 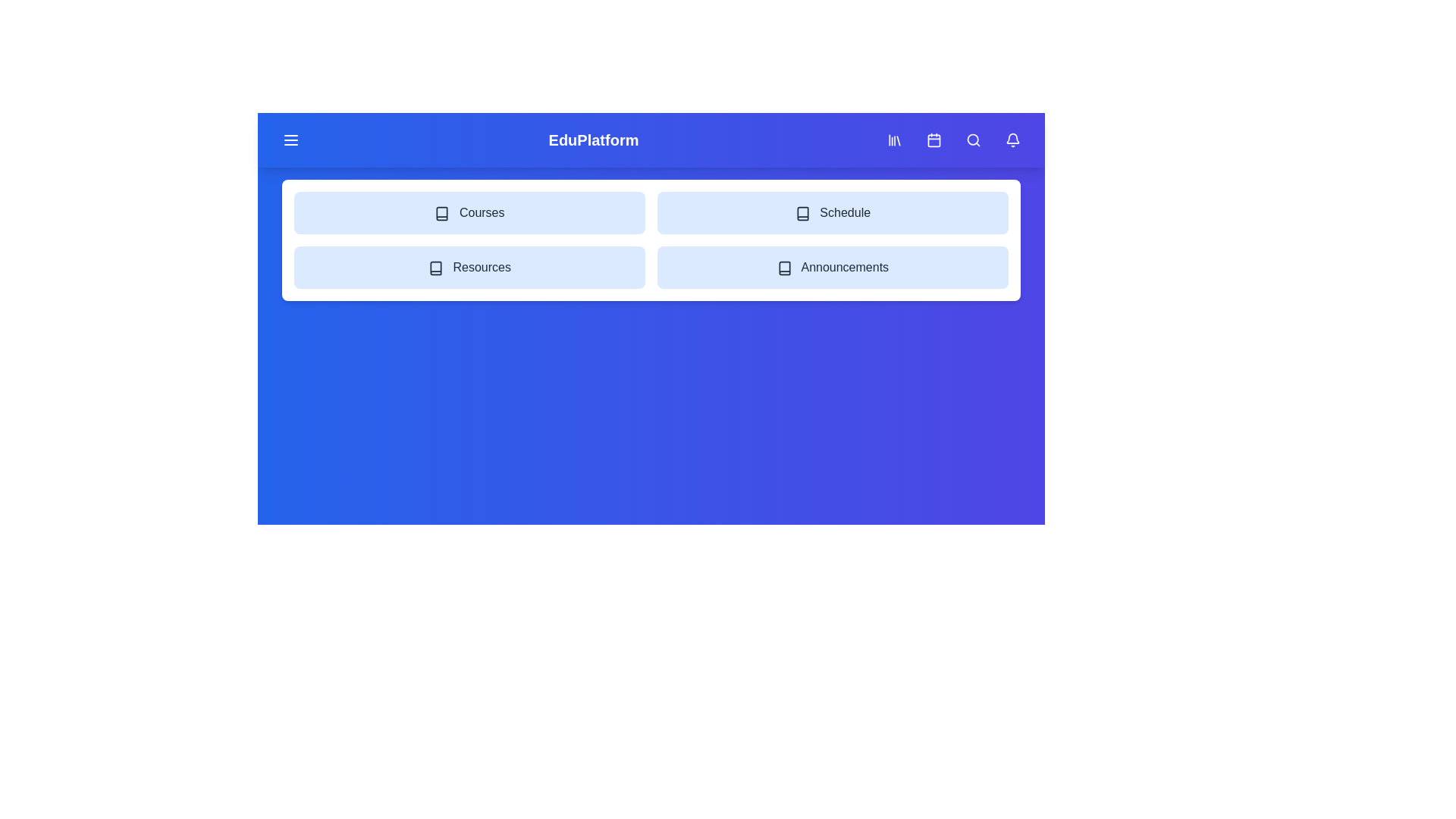 I want to click on the 'Library' icon button, so click(x=895, y=140).